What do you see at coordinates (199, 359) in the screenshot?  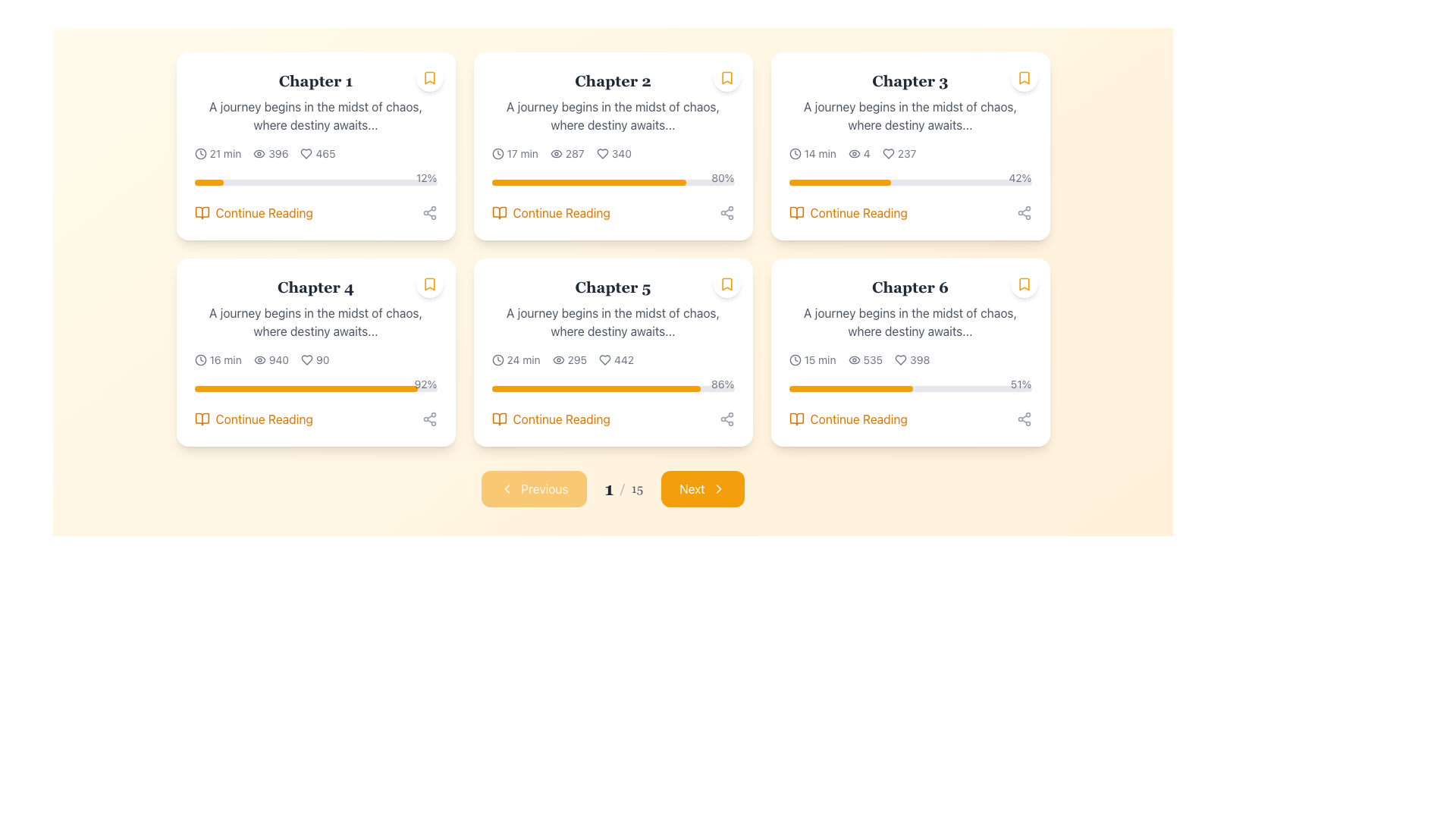 I see `the estimated reading time icon located to the left of the '16 min' text in the details area of the 'Chapter 4' card` at bounding box center [199, 359].